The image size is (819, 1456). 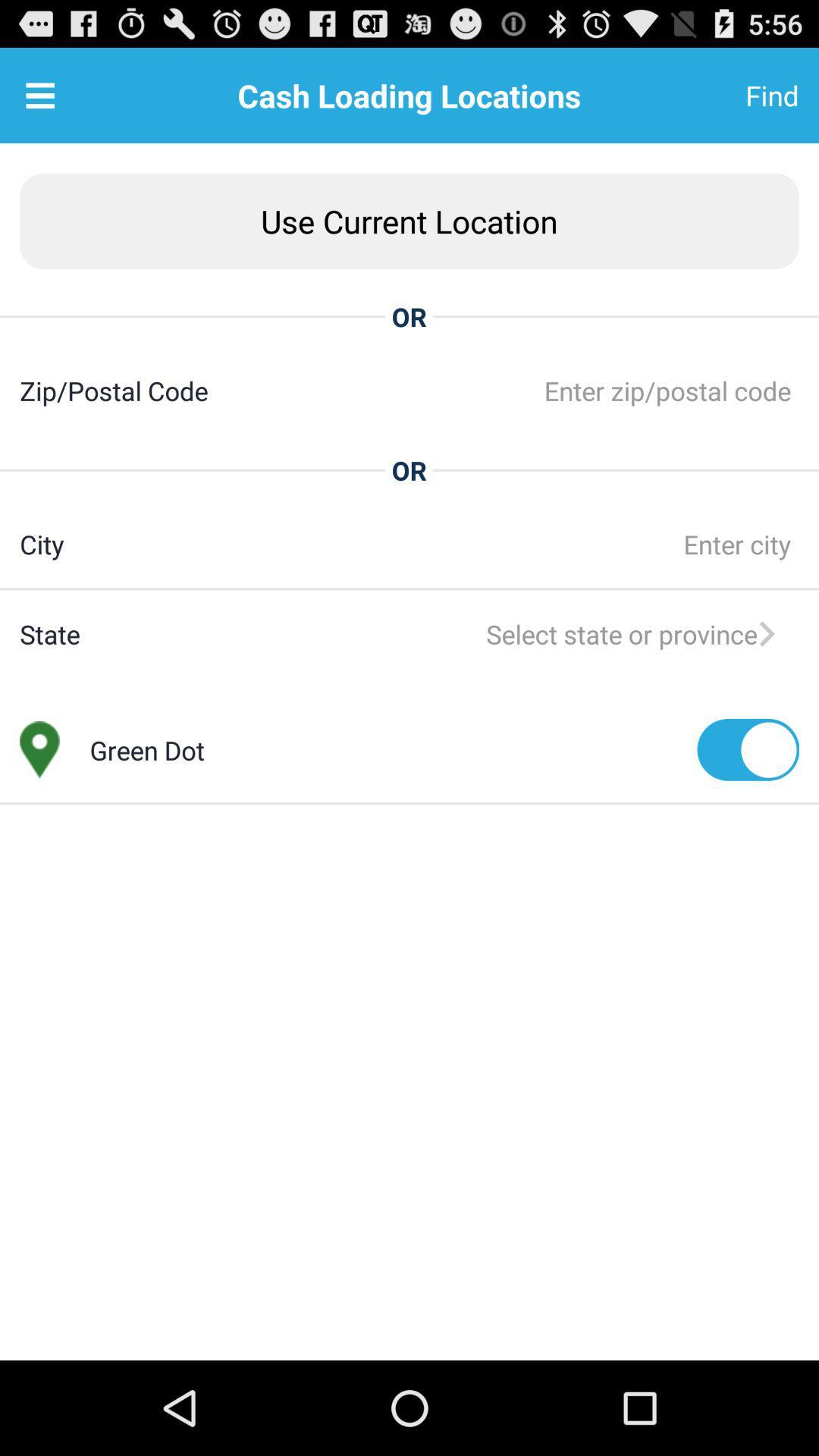 I want to click on find at the top right corner, so click(x=734, y=94).